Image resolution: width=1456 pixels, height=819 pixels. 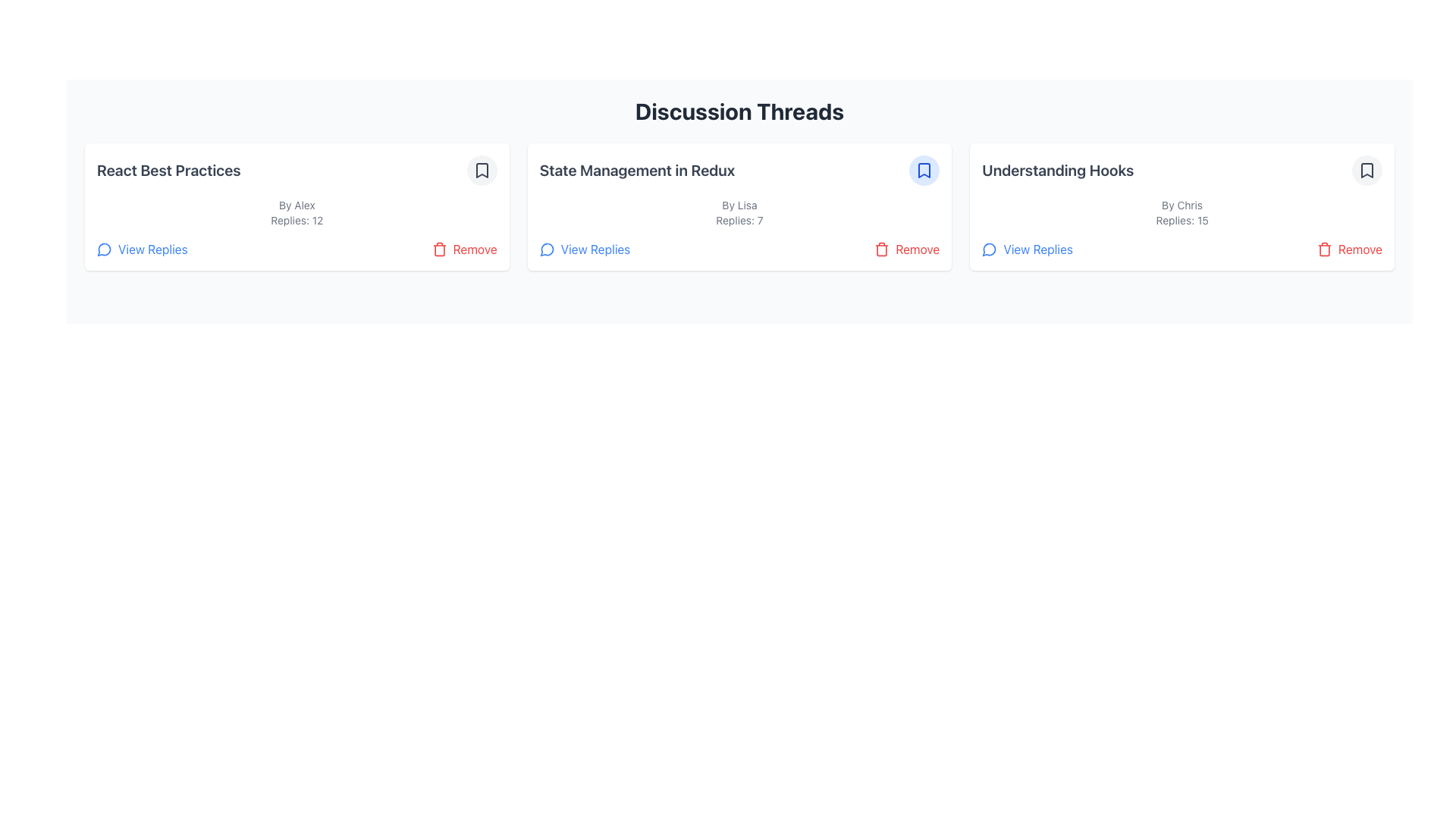 I want to click on the 'Discussion Threads' heading text, which is styled with a large bold font and located at the top center of the interface, above the discussion cards, so click(x=739, y=110).